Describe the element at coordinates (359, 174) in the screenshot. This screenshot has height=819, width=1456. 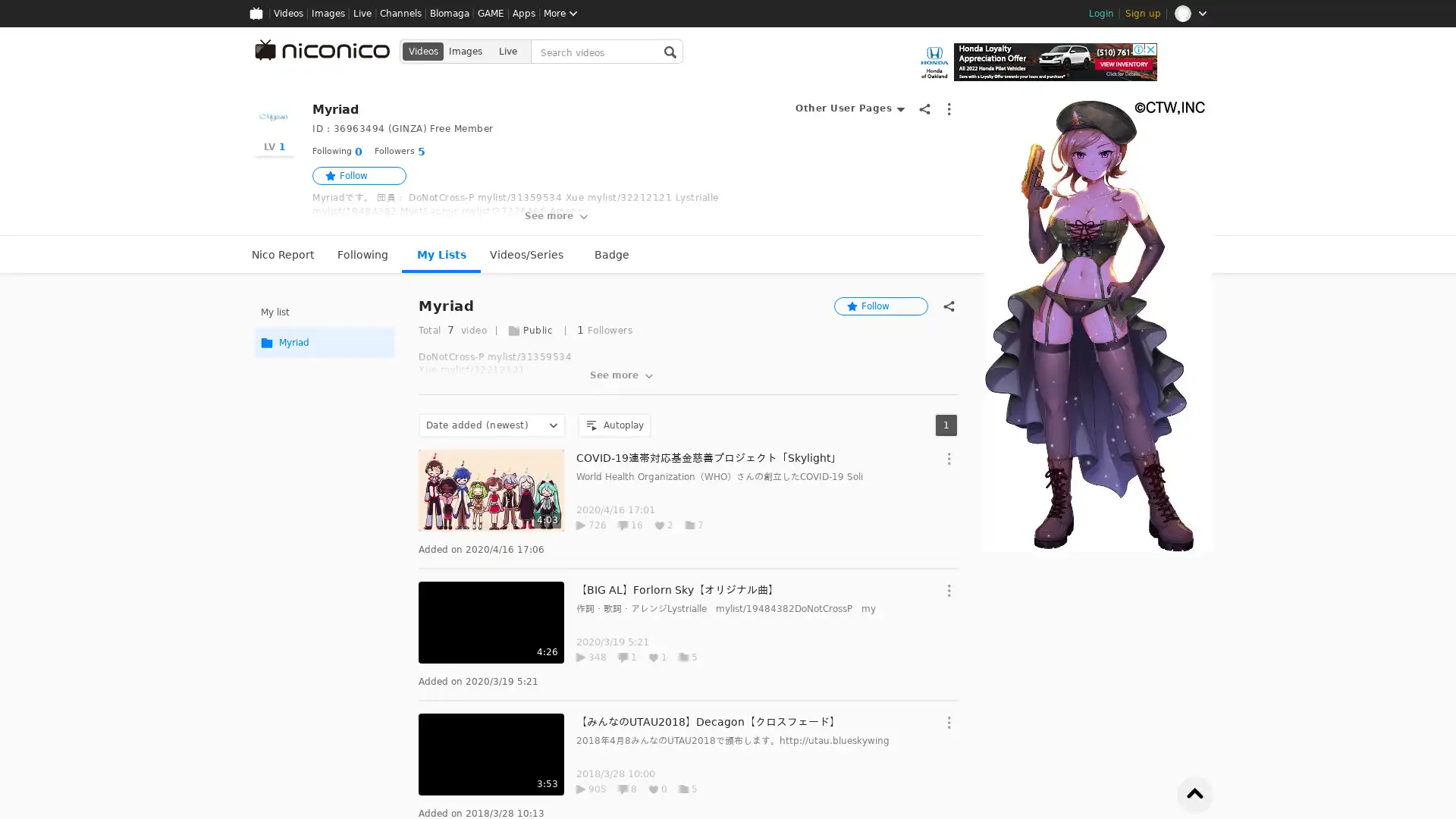
I see `Follow` at that location.